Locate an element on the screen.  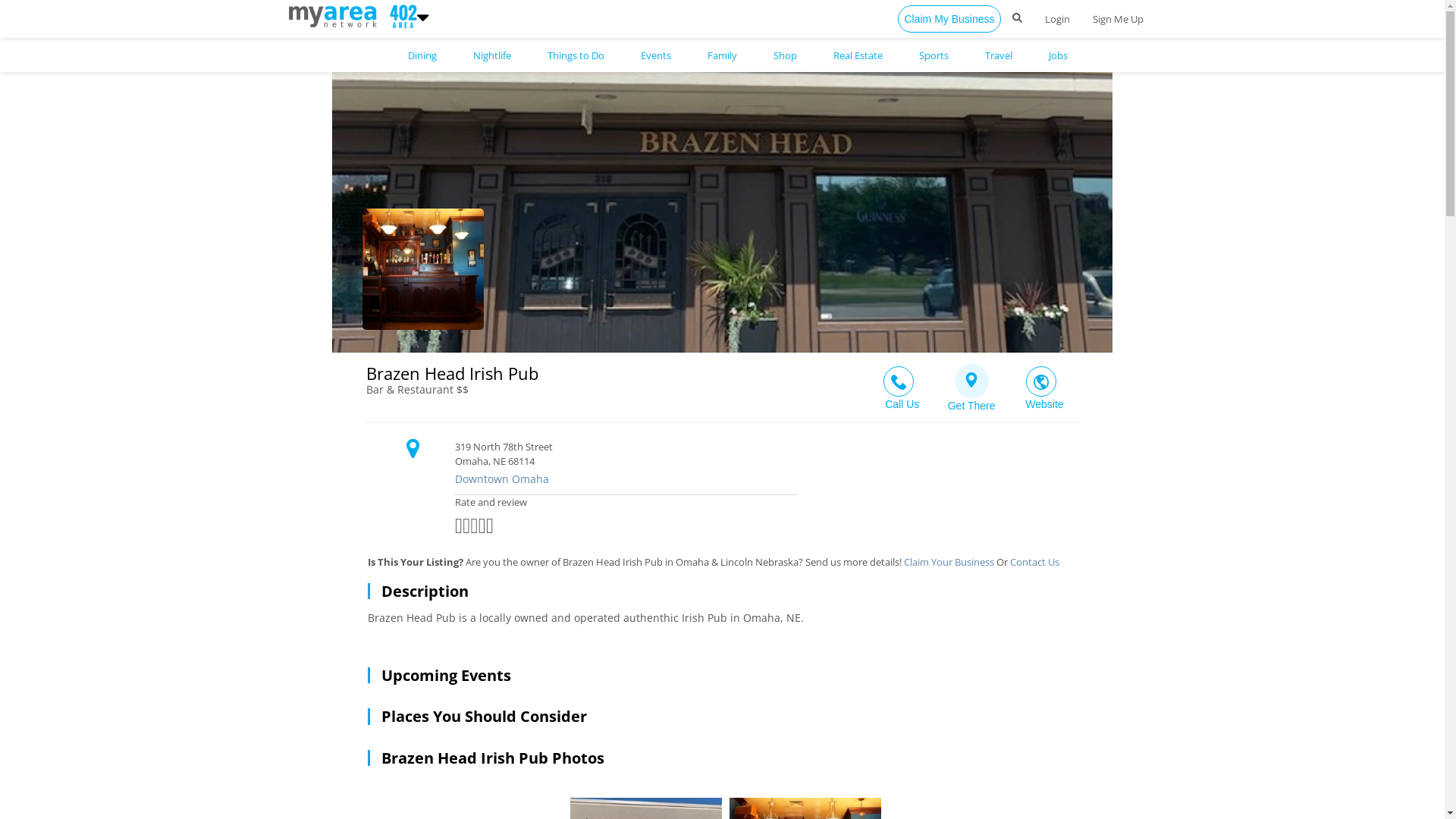
'Login' is located at coordinates (1032, 18).